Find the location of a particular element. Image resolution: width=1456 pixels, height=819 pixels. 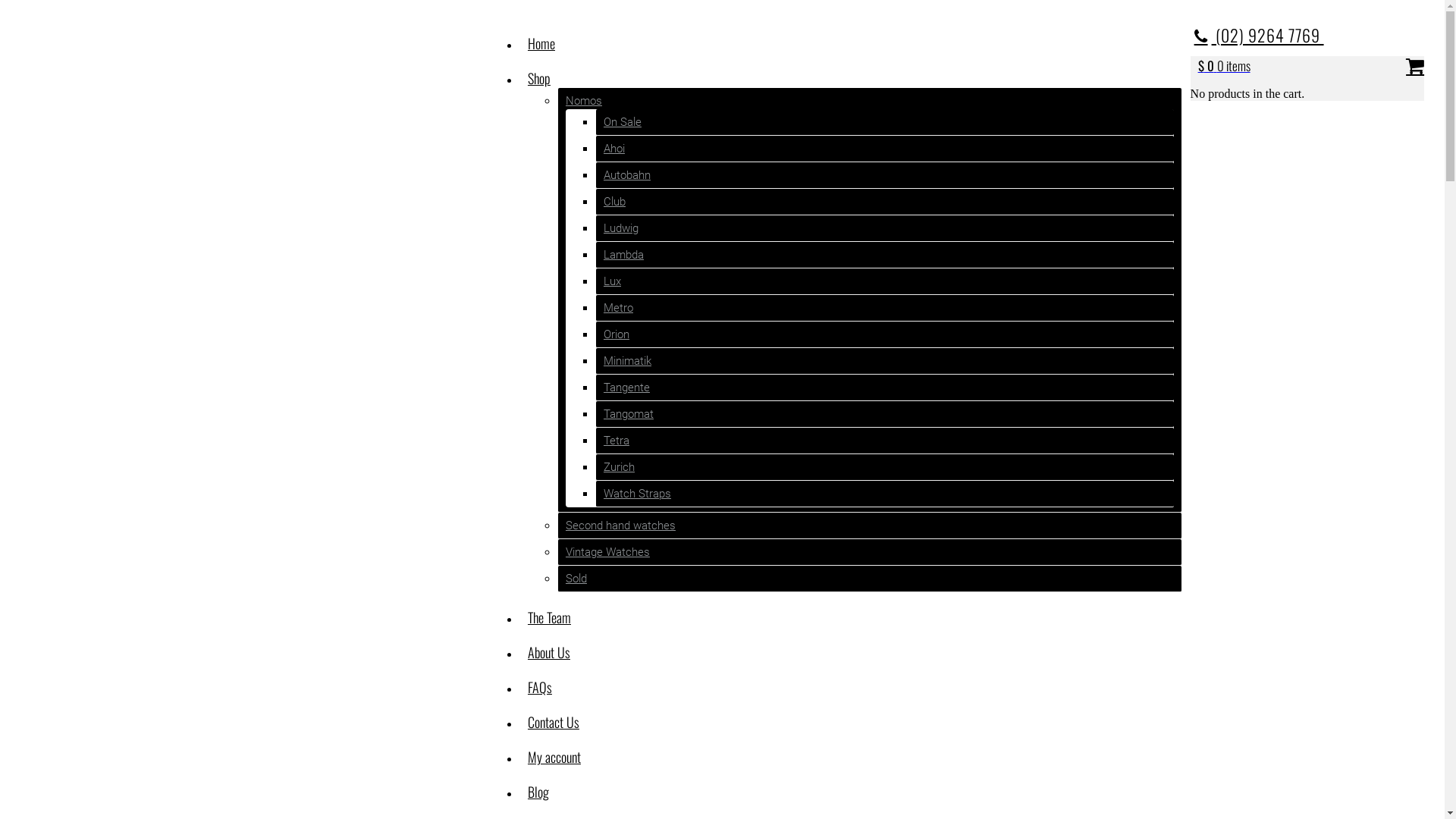

'Club' is located at coordinates (614, 201).